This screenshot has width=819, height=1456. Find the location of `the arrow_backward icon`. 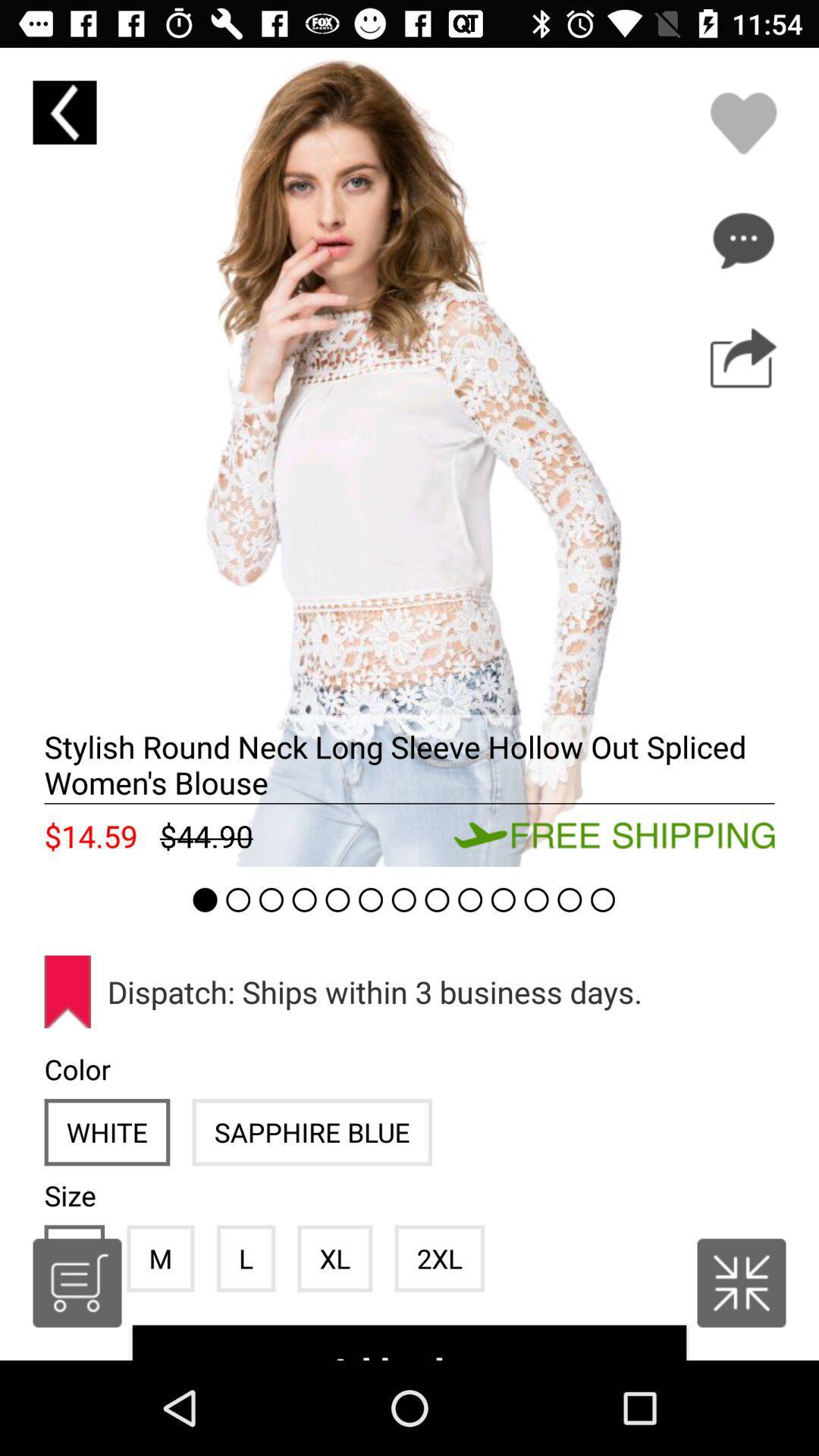

the arrow_backward icon is located at coordinates (64, 111).